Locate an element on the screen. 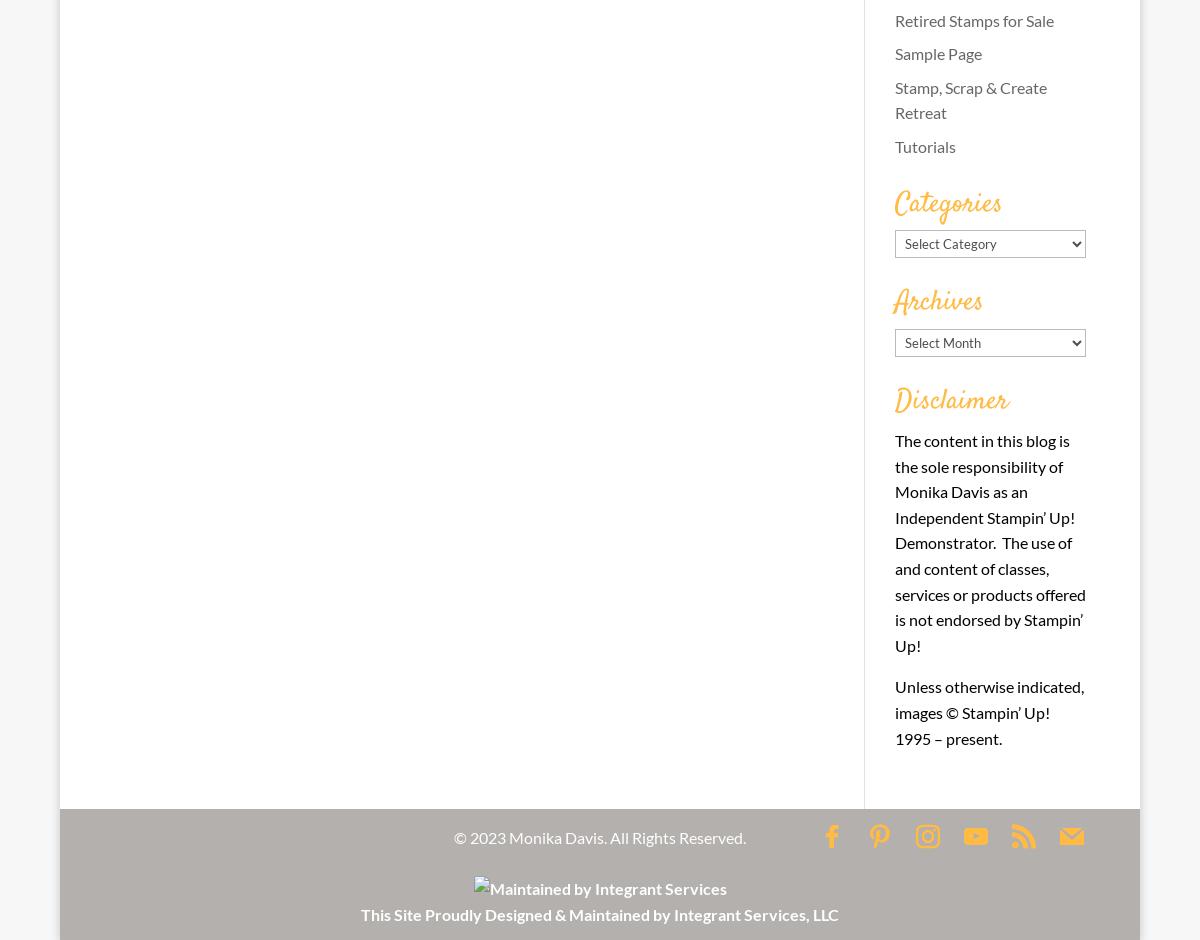 The width and height of the screenshot is (1200, 940). 'Unless otherwise indicated, images © Stampin’ Up! 1995 – present.' is located at coordinates (988, 711).